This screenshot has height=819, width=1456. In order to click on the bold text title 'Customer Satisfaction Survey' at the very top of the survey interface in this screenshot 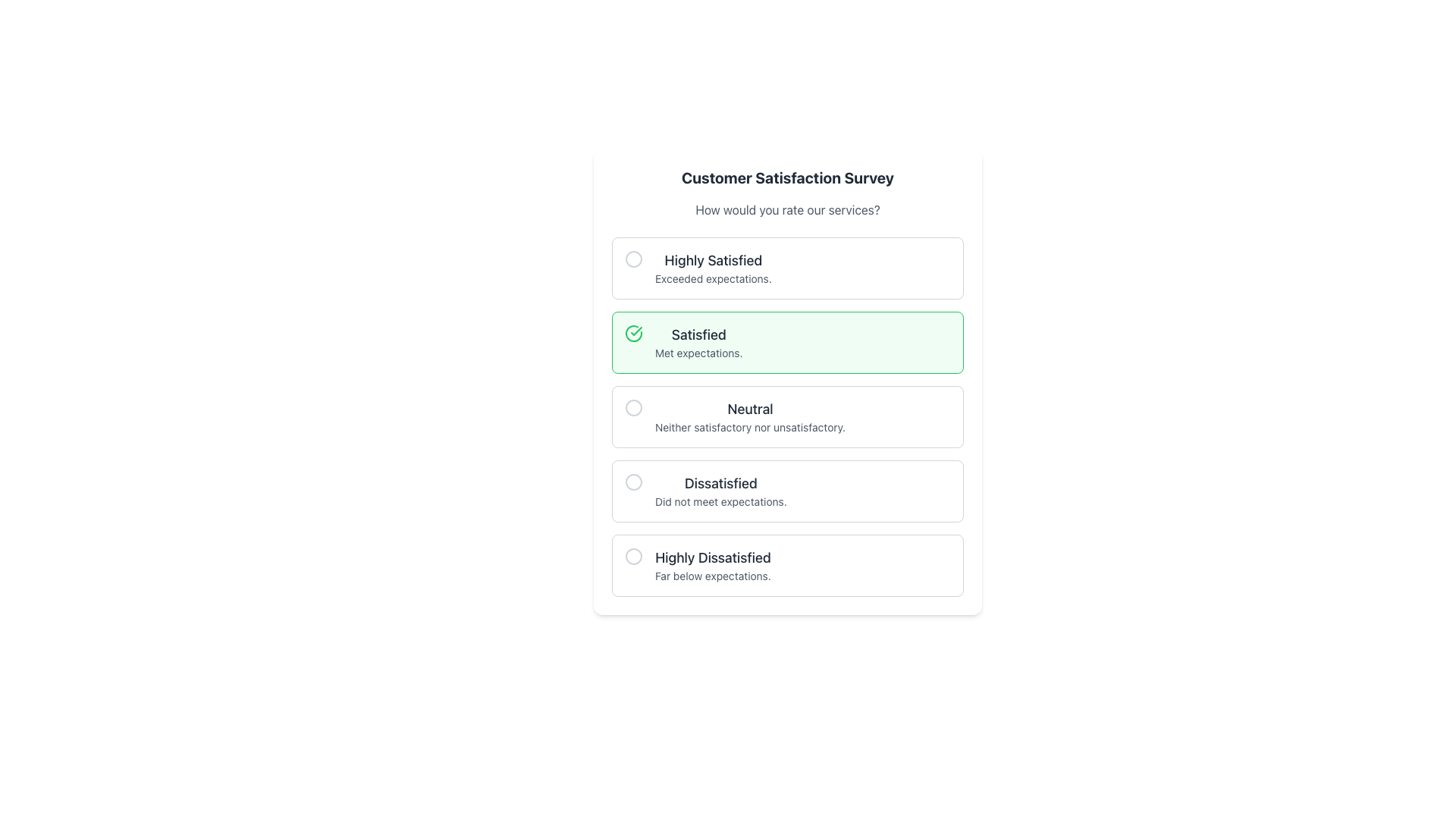, I will do `click(787, 177)`.